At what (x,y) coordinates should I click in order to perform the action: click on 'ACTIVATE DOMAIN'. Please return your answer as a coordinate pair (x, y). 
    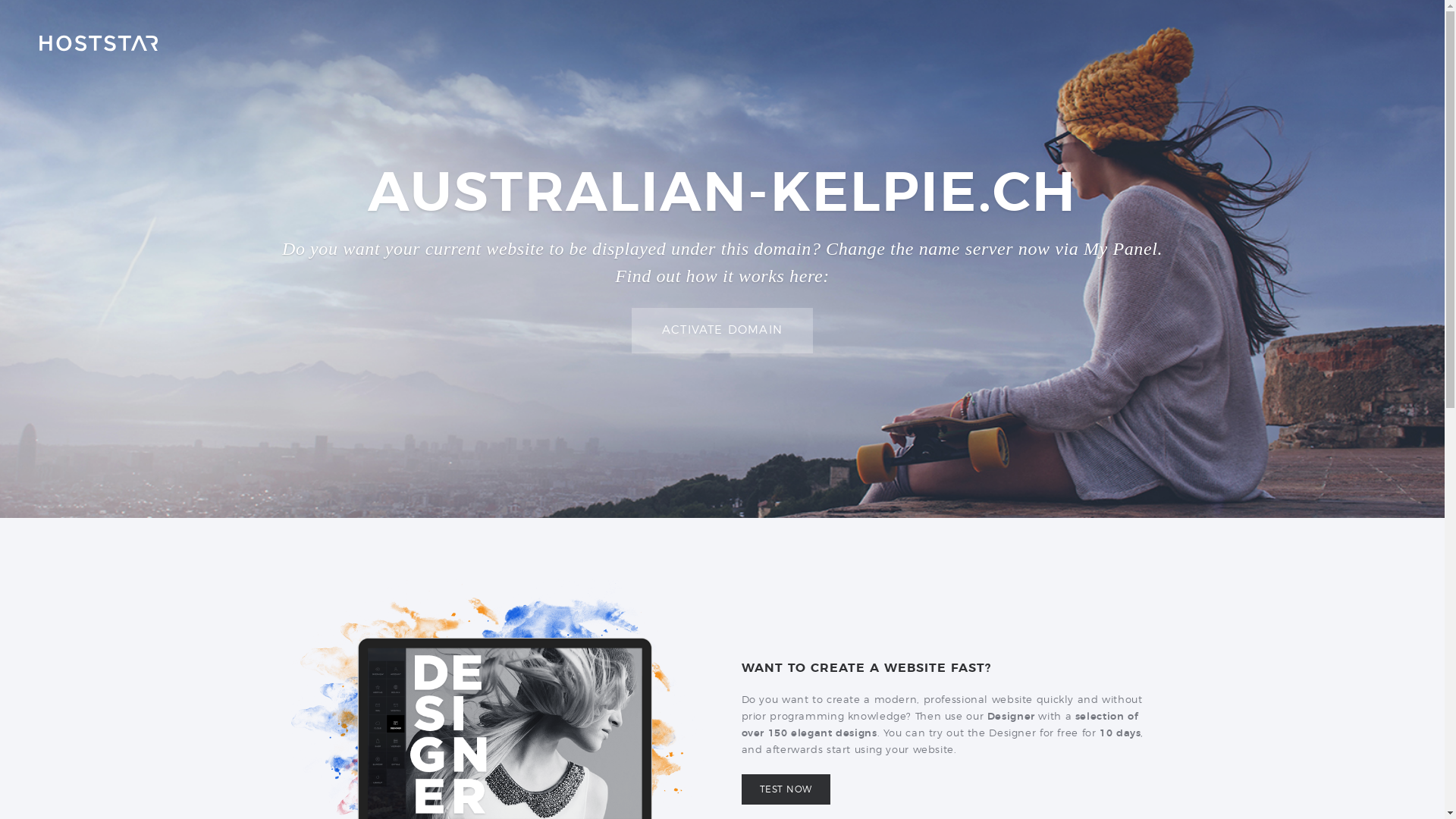
    Looking at the image, I should click on (721, 329).